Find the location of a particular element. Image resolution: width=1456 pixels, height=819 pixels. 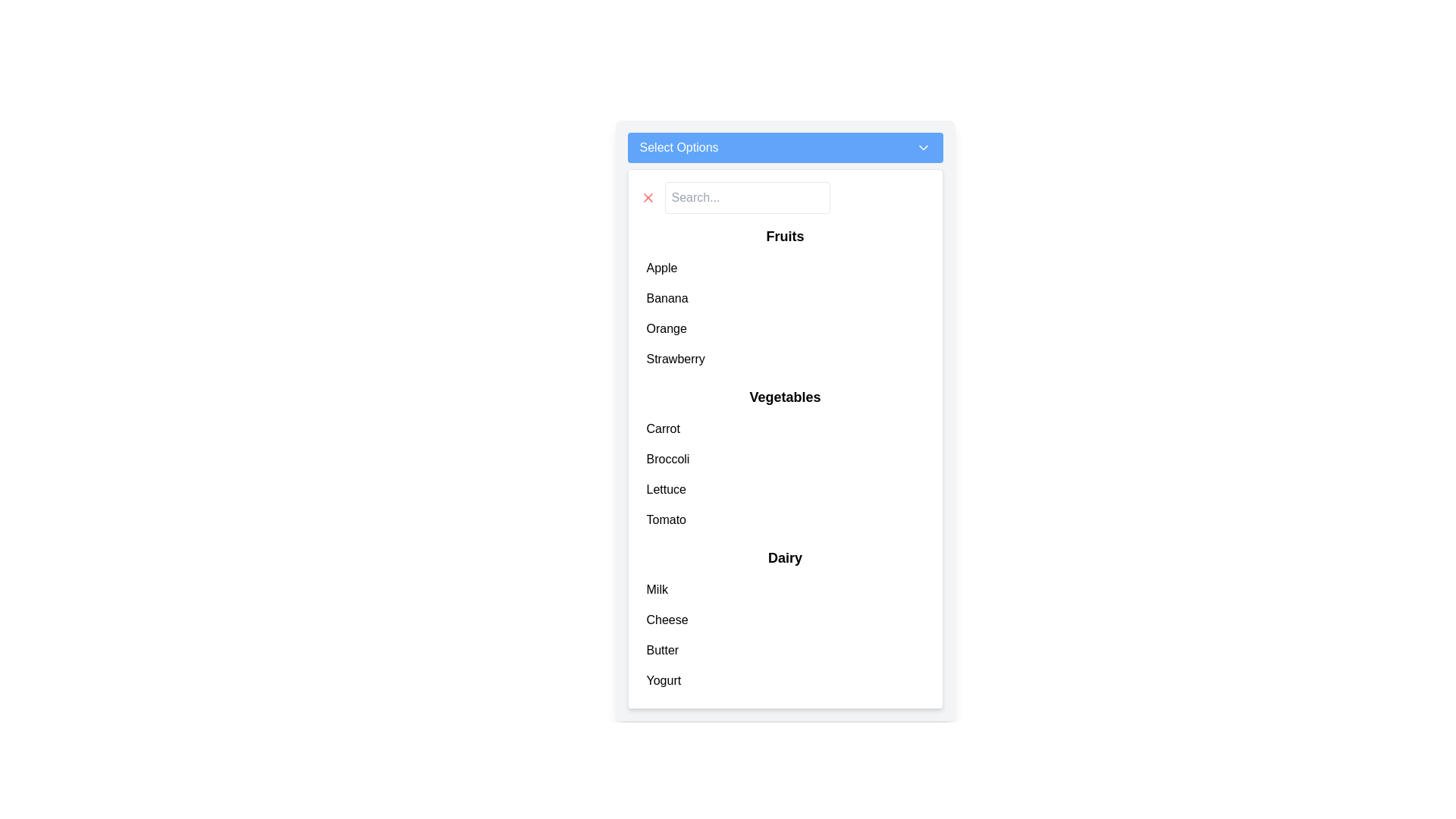

an item within the 'Vegetables' category group, which includes 'Carrot', 'Broccoli', 'Lettuce', and 'Tomato', located centrally in the dropdown interface is located at coordinates (785, 460).